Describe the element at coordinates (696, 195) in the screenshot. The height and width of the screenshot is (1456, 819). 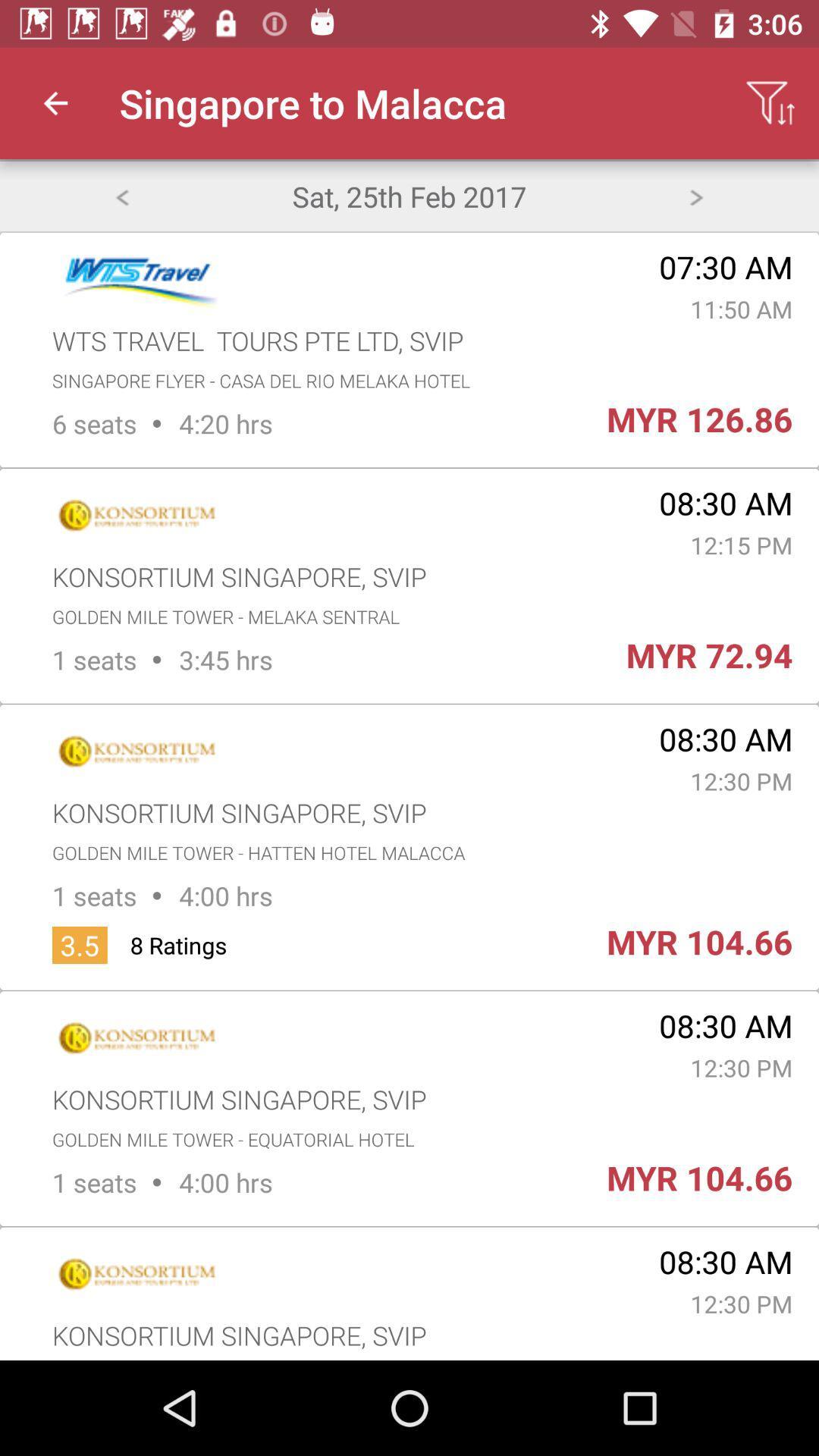
I see `next page` at that location.